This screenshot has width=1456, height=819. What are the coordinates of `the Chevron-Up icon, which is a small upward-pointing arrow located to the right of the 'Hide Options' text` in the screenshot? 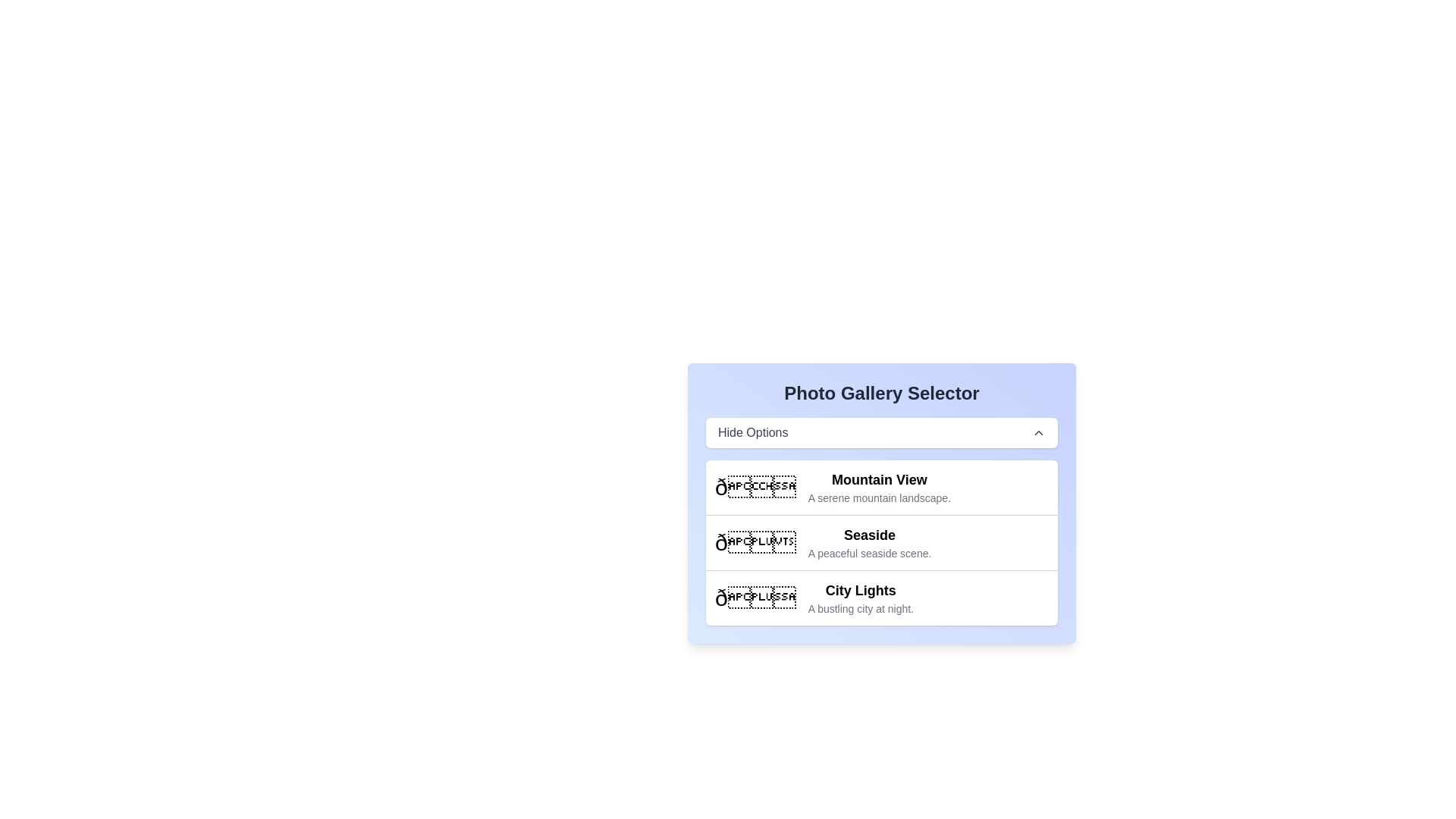 It's located at (1037, 432).